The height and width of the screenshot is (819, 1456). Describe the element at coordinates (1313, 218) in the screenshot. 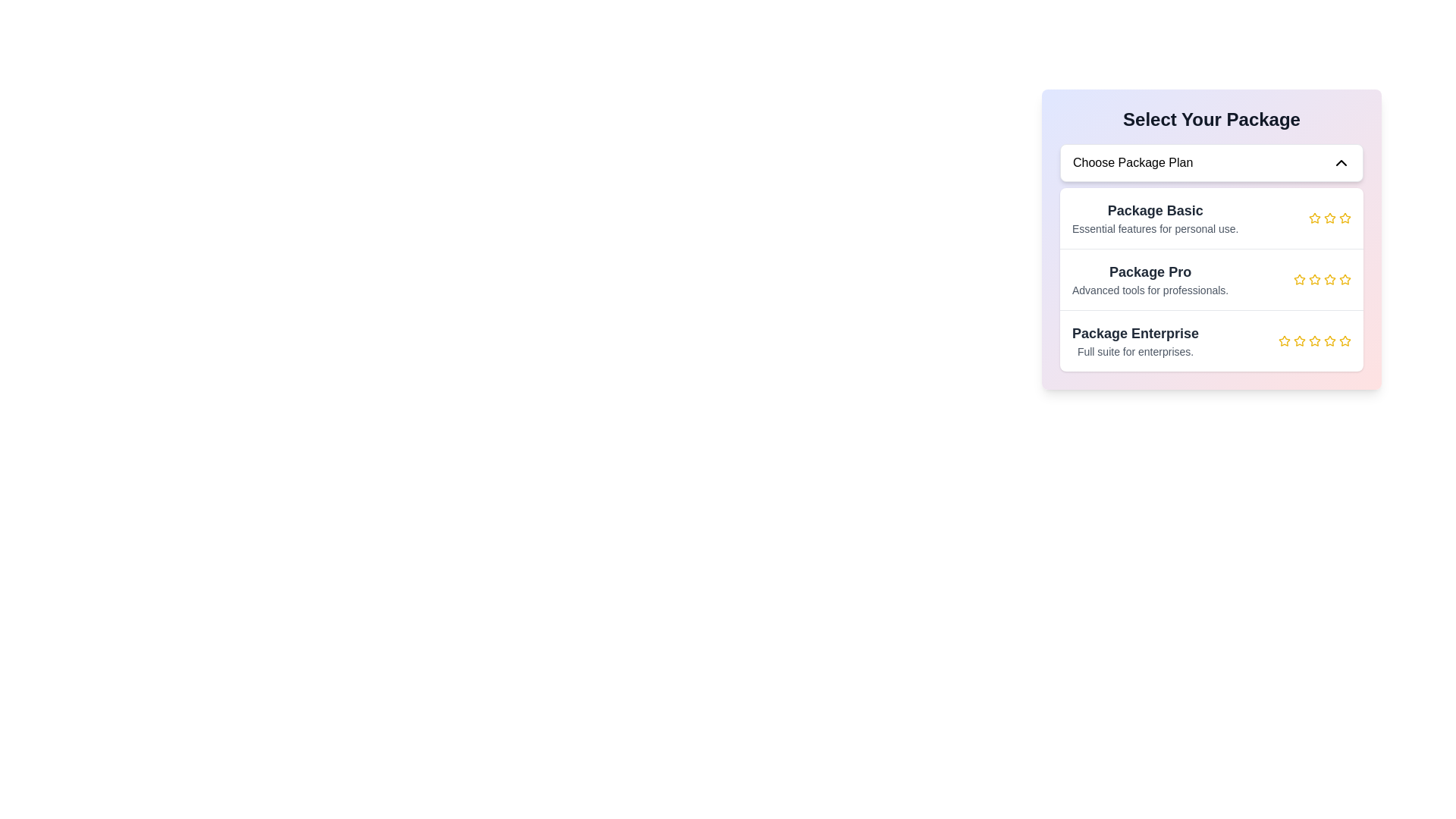

I see `the first star icon` at that location.